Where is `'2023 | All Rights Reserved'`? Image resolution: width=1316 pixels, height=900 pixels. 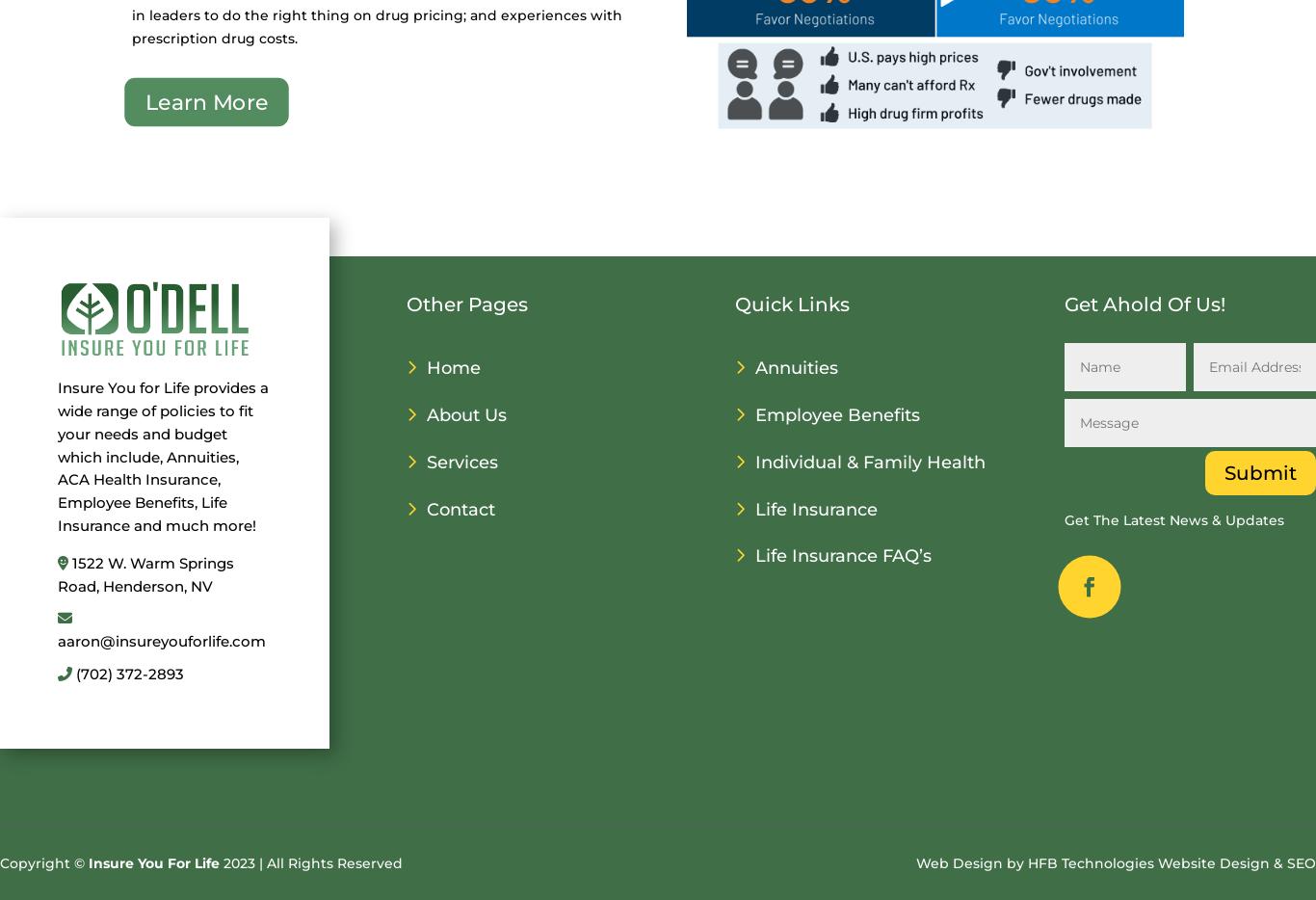 '2023 | All Rights Reserved' is located at coordinates (311, 862).